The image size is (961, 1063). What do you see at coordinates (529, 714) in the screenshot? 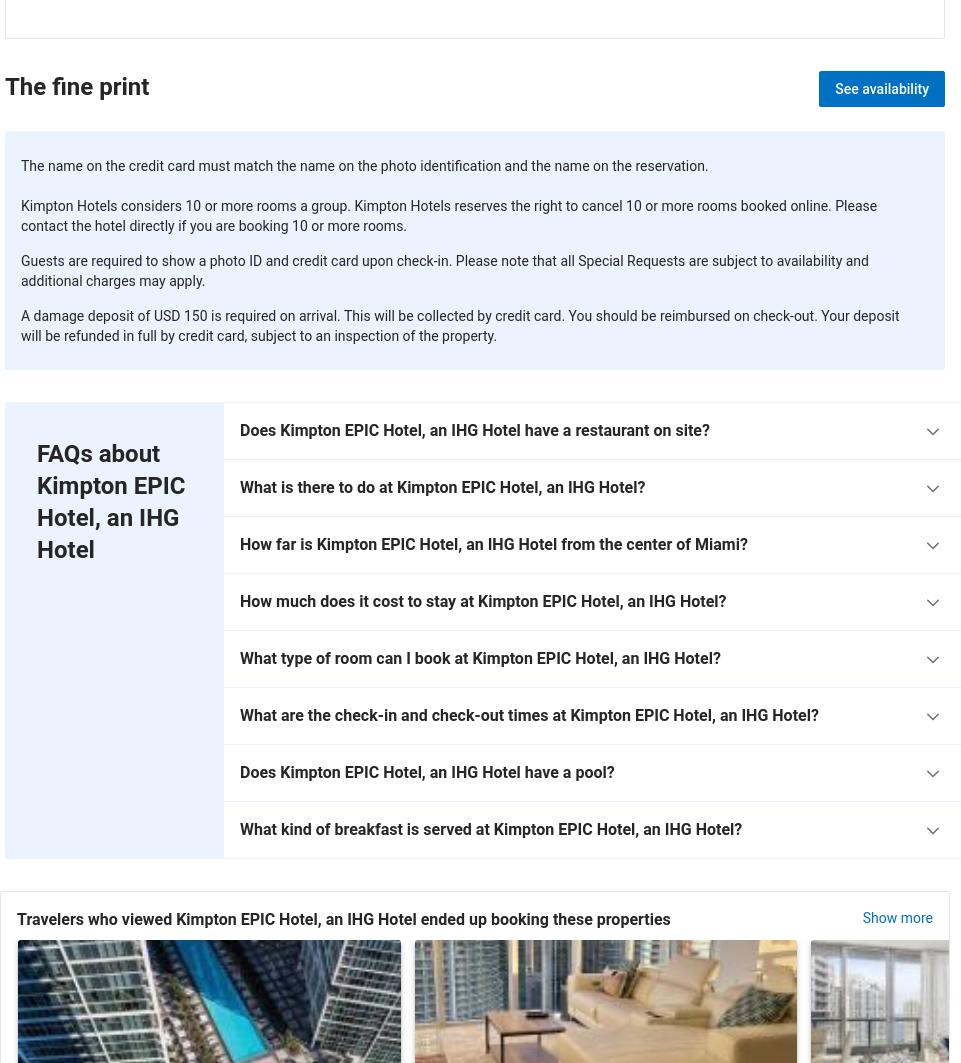
I see `'What are the check-in and check-out times at Kimpton EPIC Hotel, an IHG Hotel?'` at bounding box center [529, 714].